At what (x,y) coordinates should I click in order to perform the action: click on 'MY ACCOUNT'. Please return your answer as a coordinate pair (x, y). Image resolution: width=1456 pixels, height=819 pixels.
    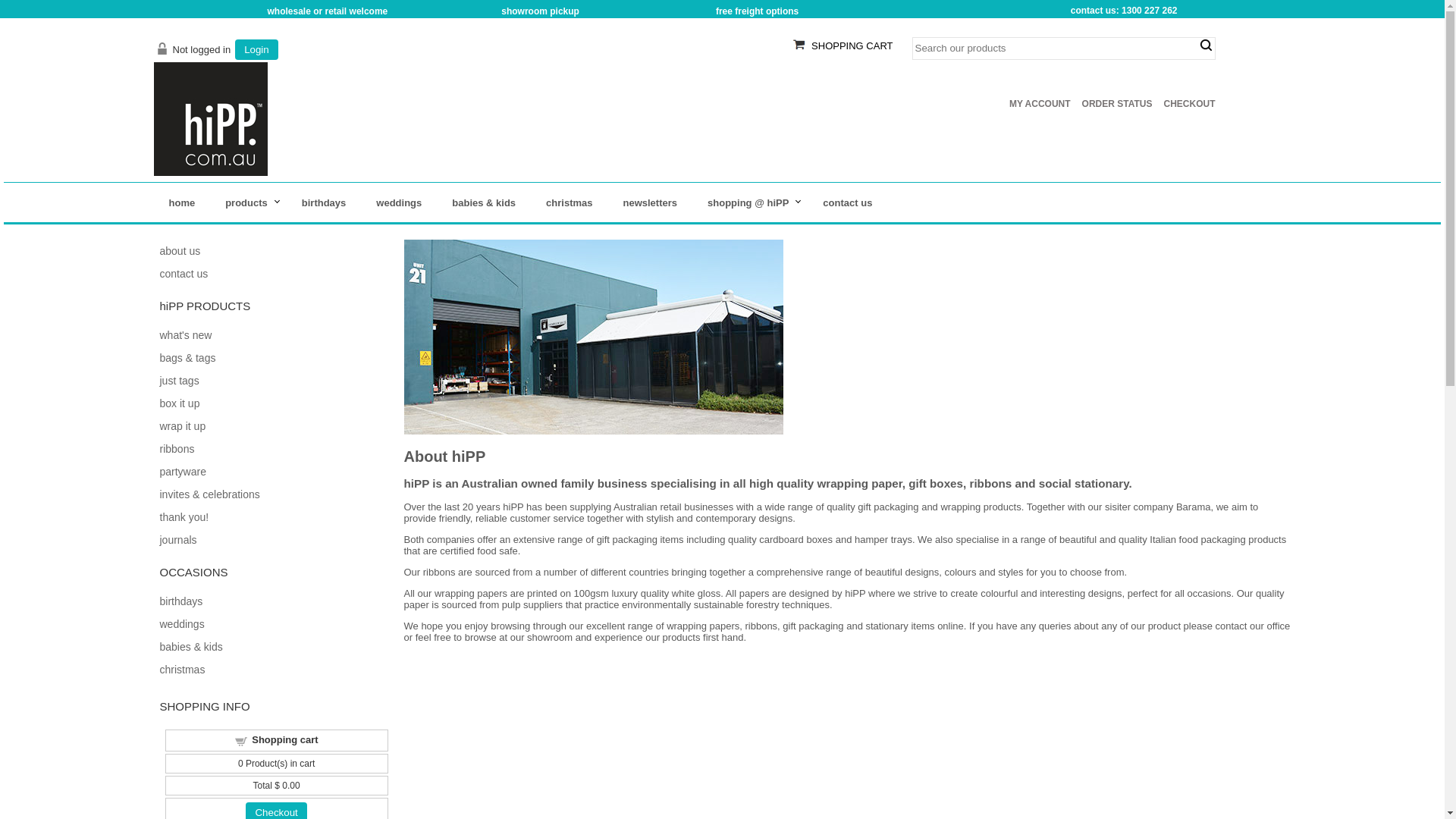
    Looking at the image, I should click on (1039, 103).